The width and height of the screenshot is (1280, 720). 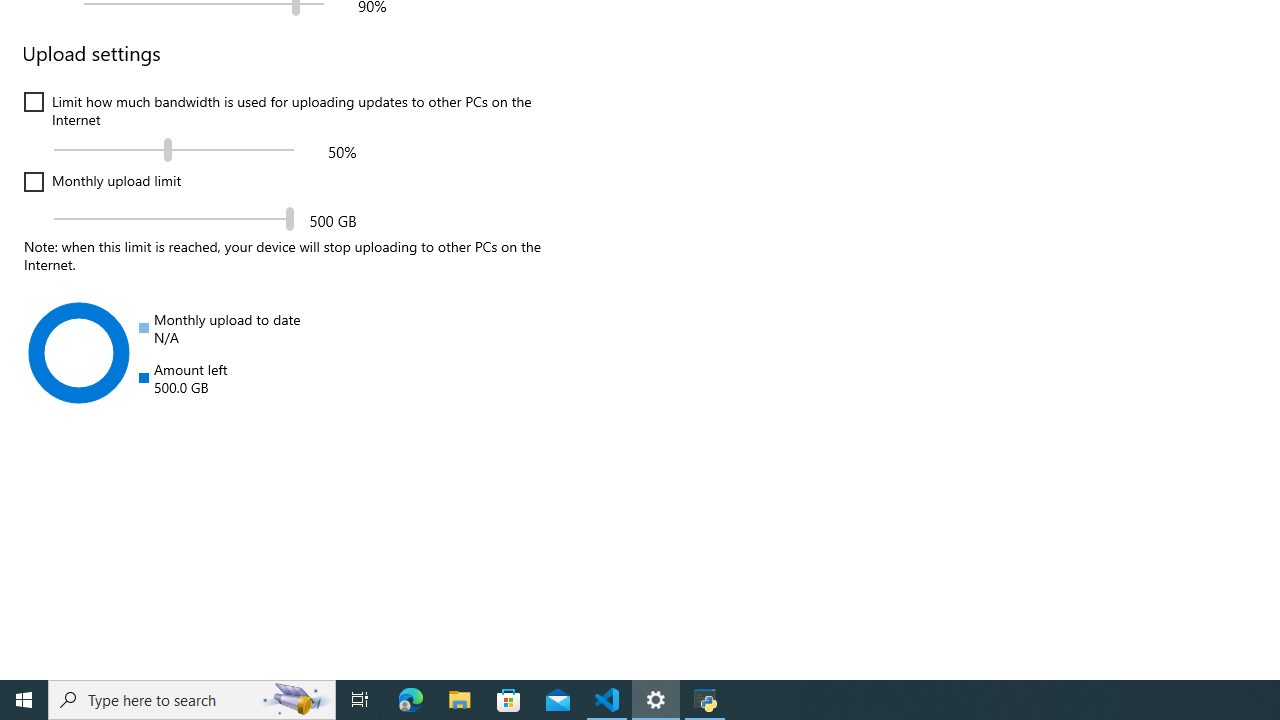 I want to click on 'Type here to search', so click(x=192, y=698).